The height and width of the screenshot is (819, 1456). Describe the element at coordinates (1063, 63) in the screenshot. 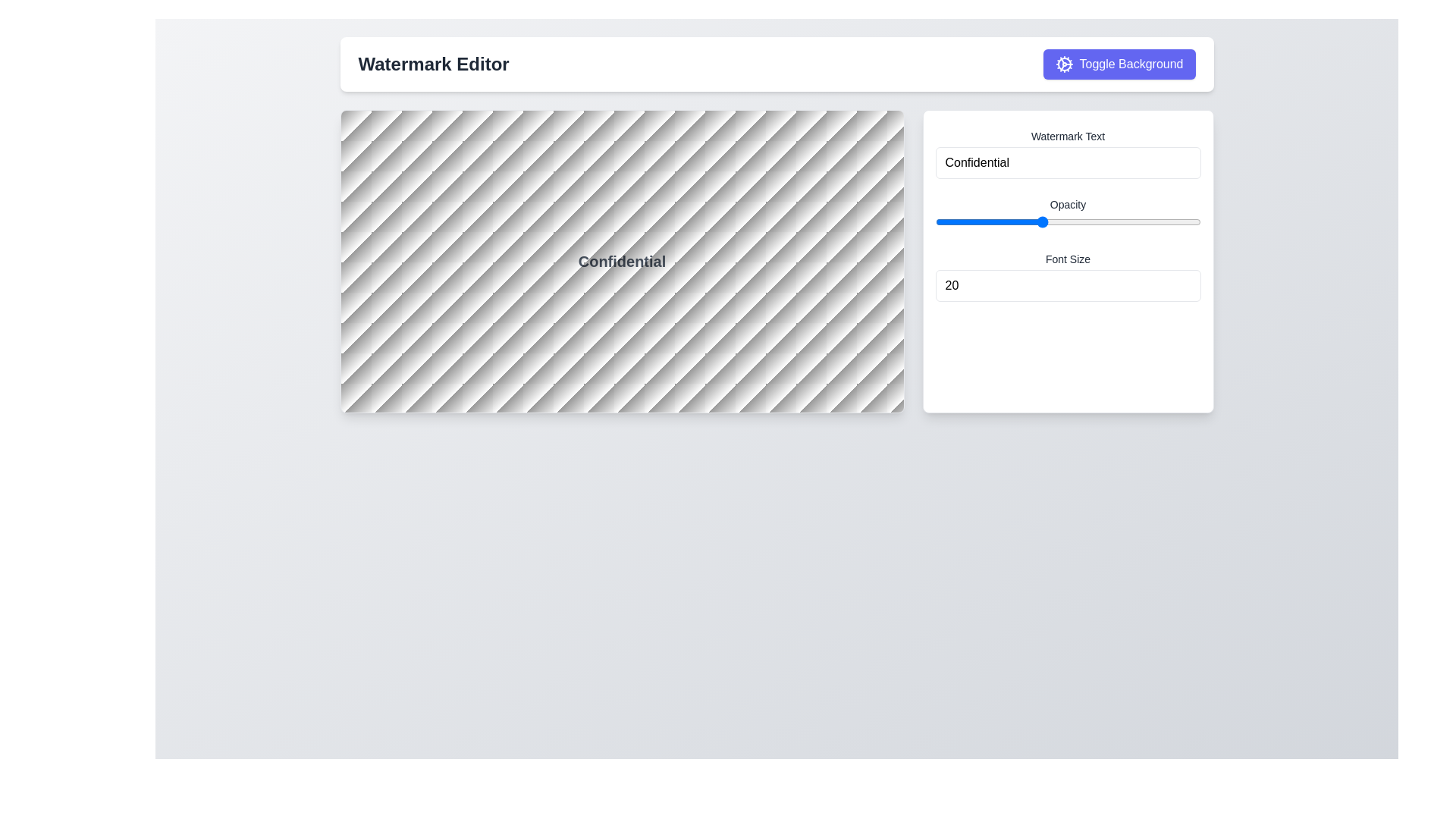

I see `the cogwheel icon, which is a circular figure resembling an outer cogwheel shape with an inner circle, located in the top-right section of the interface near the 'Toggle Background' button` at that location.